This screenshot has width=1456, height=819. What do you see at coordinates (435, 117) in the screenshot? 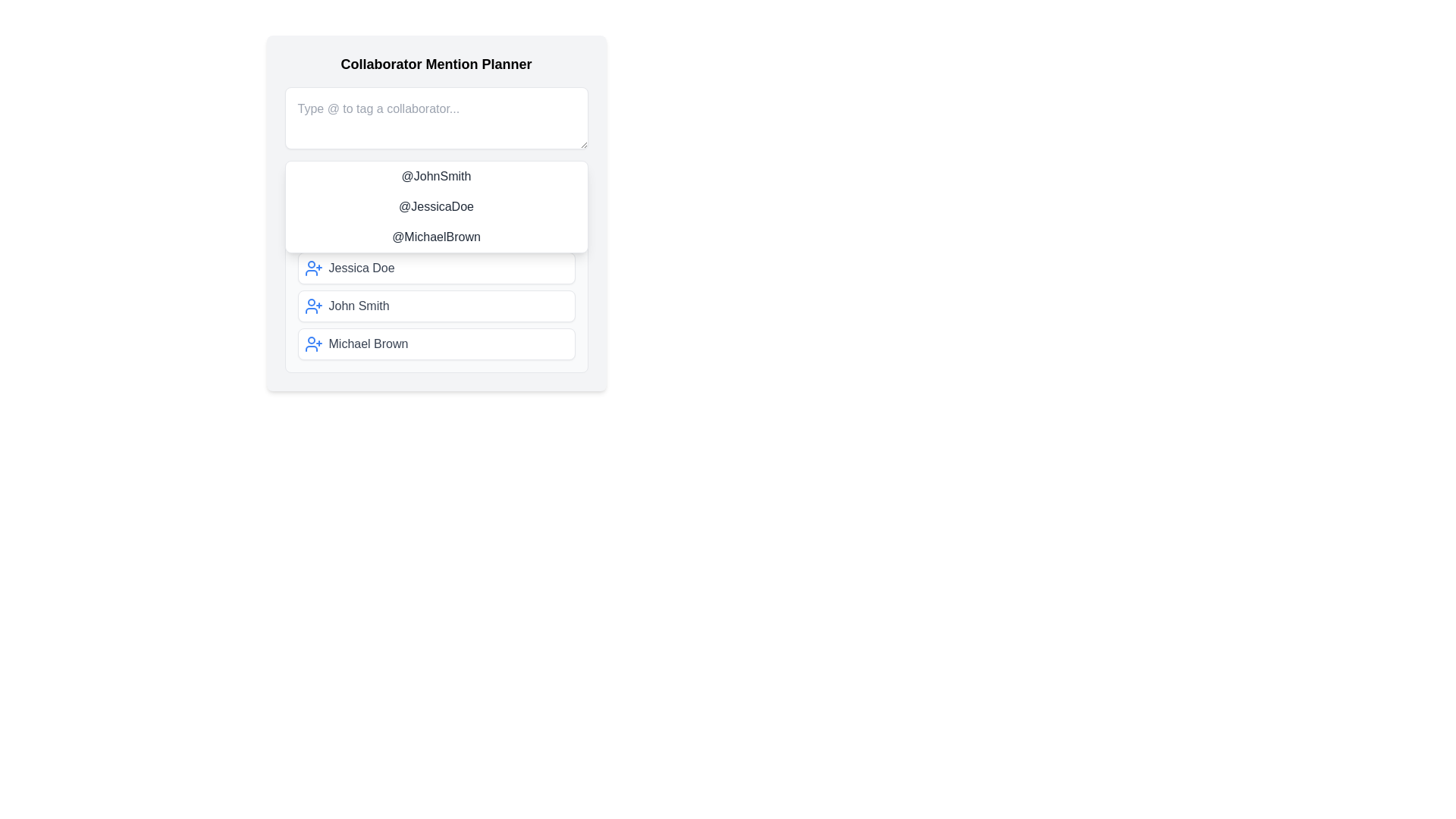
I see `the text input field with a white background and grey placeholder text that reads 'Type @ to tag a collaborator...'` at bounding box center [435, 117].